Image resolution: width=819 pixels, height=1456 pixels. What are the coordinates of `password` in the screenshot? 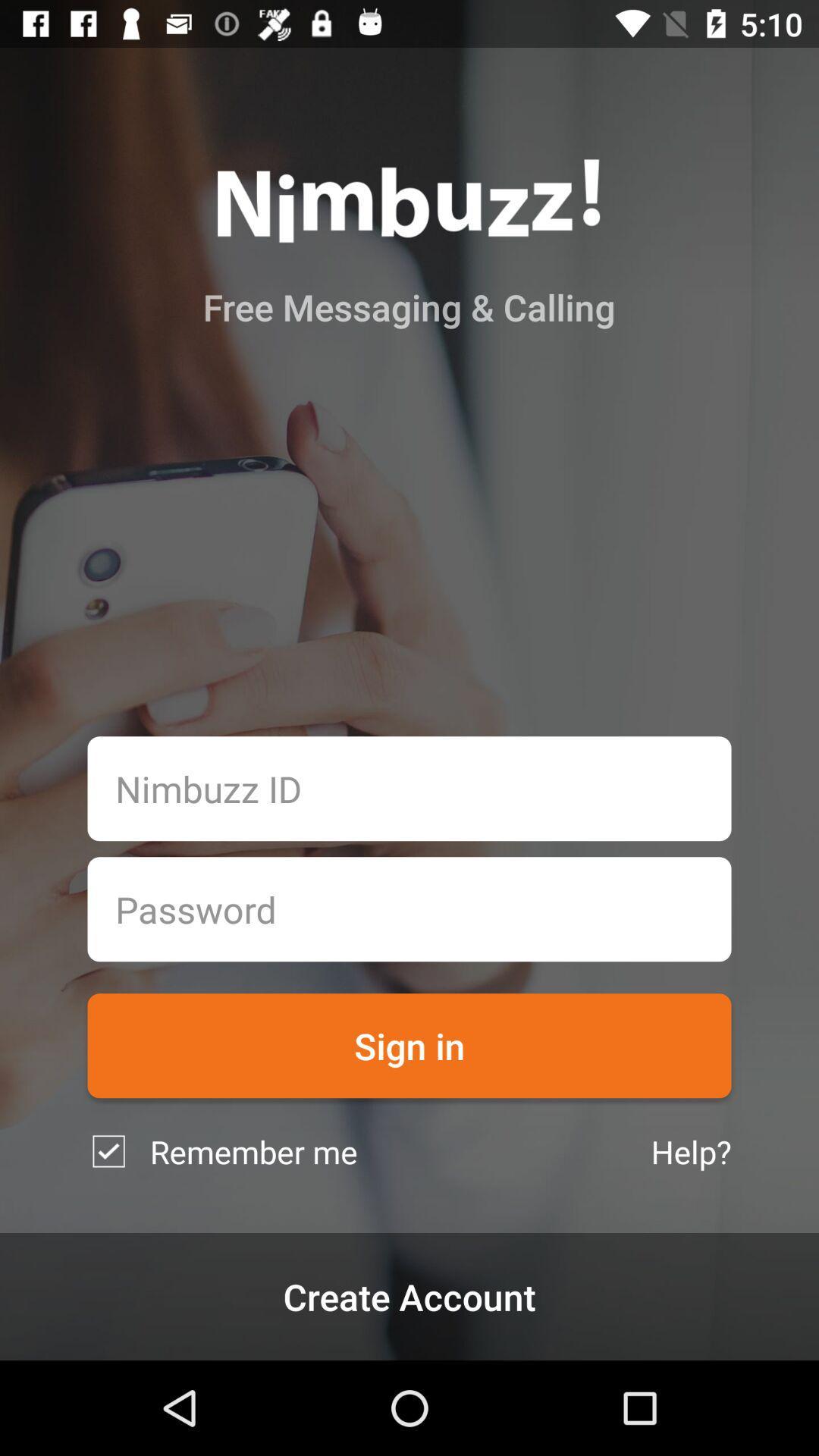 It's located at (409, 909).